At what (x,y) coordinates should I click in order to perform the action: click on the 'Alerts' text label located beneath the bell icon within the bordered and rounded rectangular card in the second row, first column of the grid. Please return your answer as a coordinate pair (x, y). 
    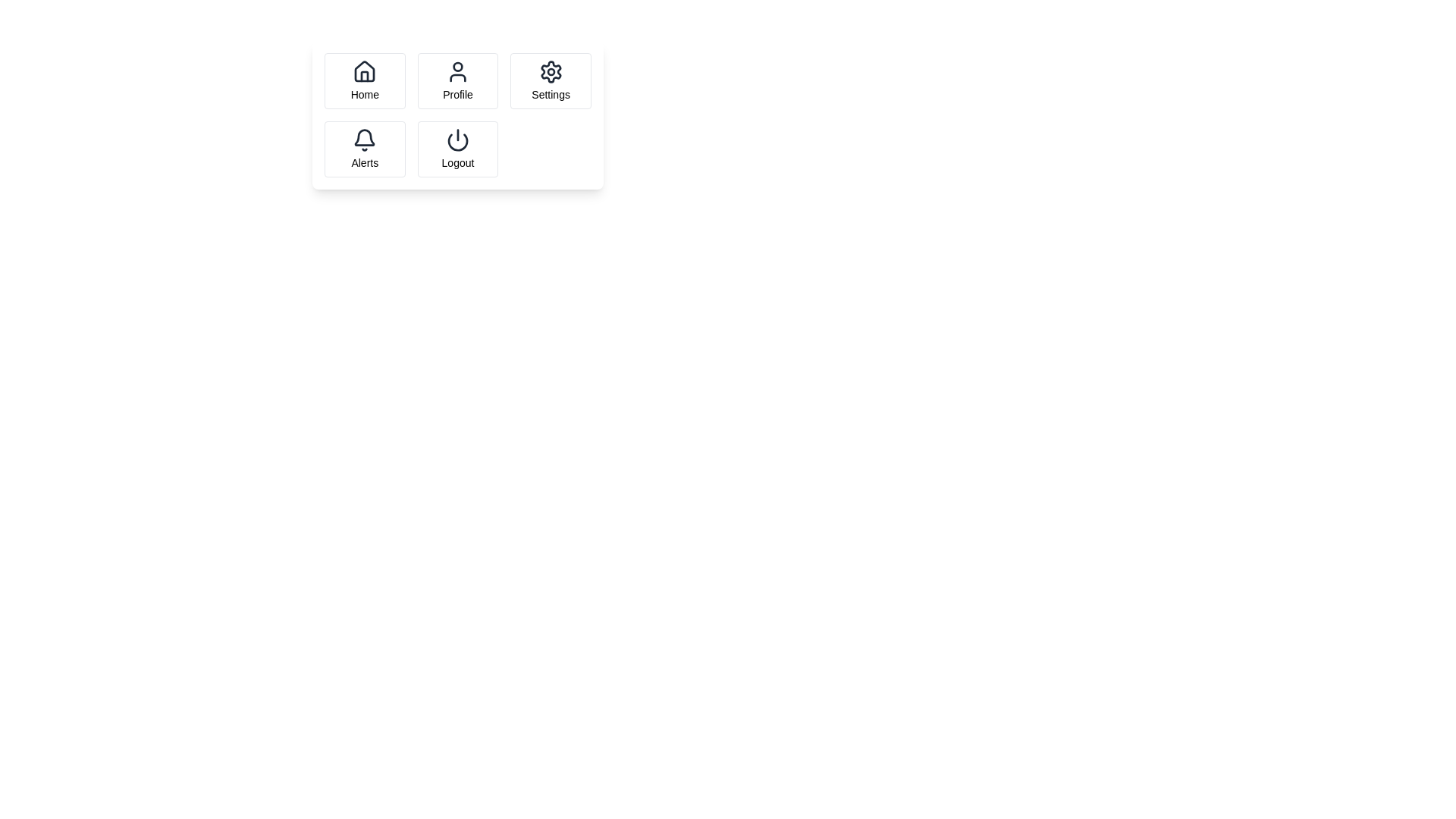
    Looking at the image, I should click on (365, 163).